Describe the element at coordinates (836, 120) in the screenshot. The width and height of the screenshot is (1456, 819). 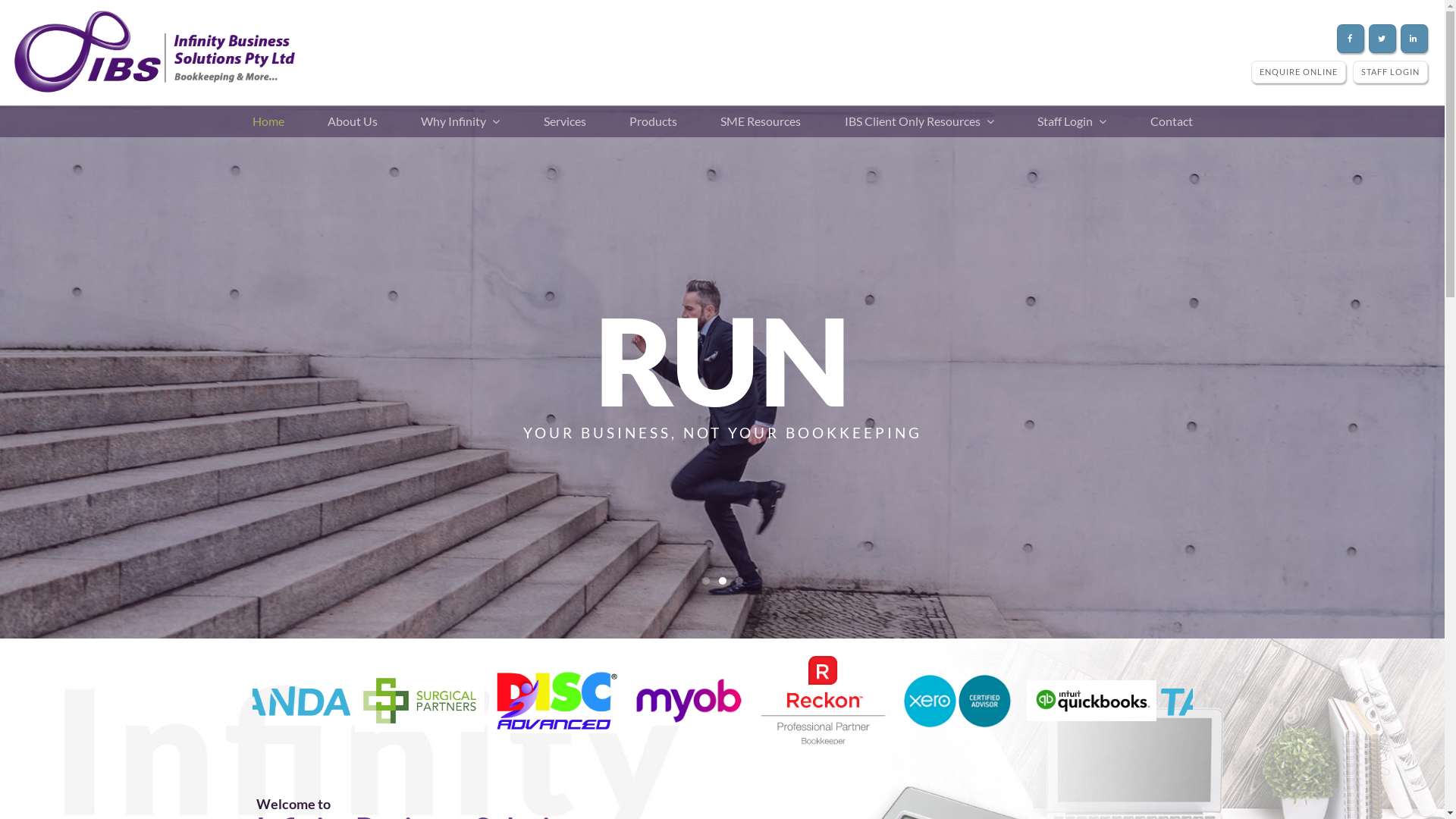
I see `'IBS Client Only Resources'` at that location.